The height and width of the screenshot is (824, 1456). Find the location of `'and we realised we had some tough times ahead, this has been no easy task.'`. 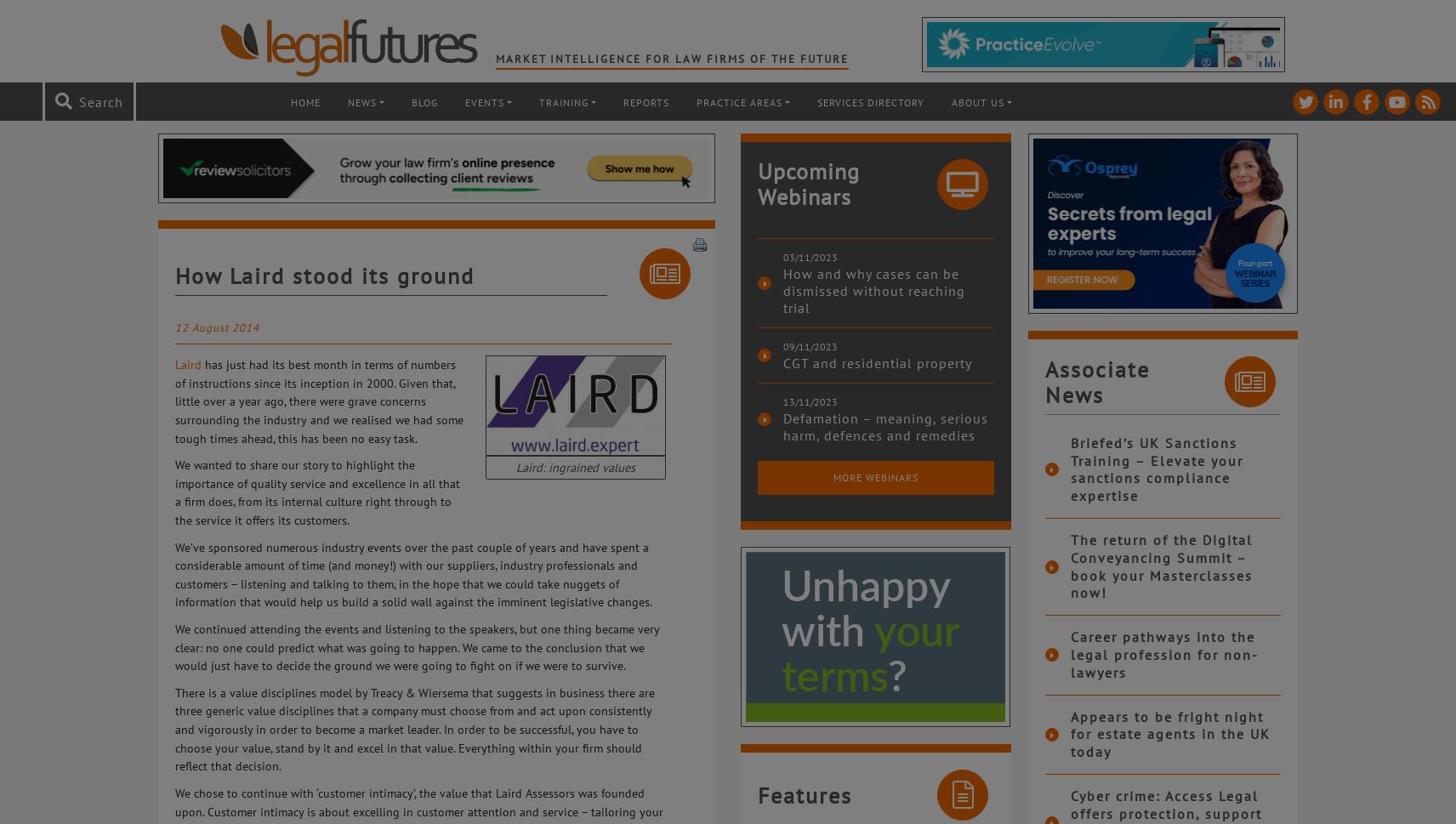

'and we realised we had some tough times ahead, this has been no easy task.' is located at coordinates (319, 427).